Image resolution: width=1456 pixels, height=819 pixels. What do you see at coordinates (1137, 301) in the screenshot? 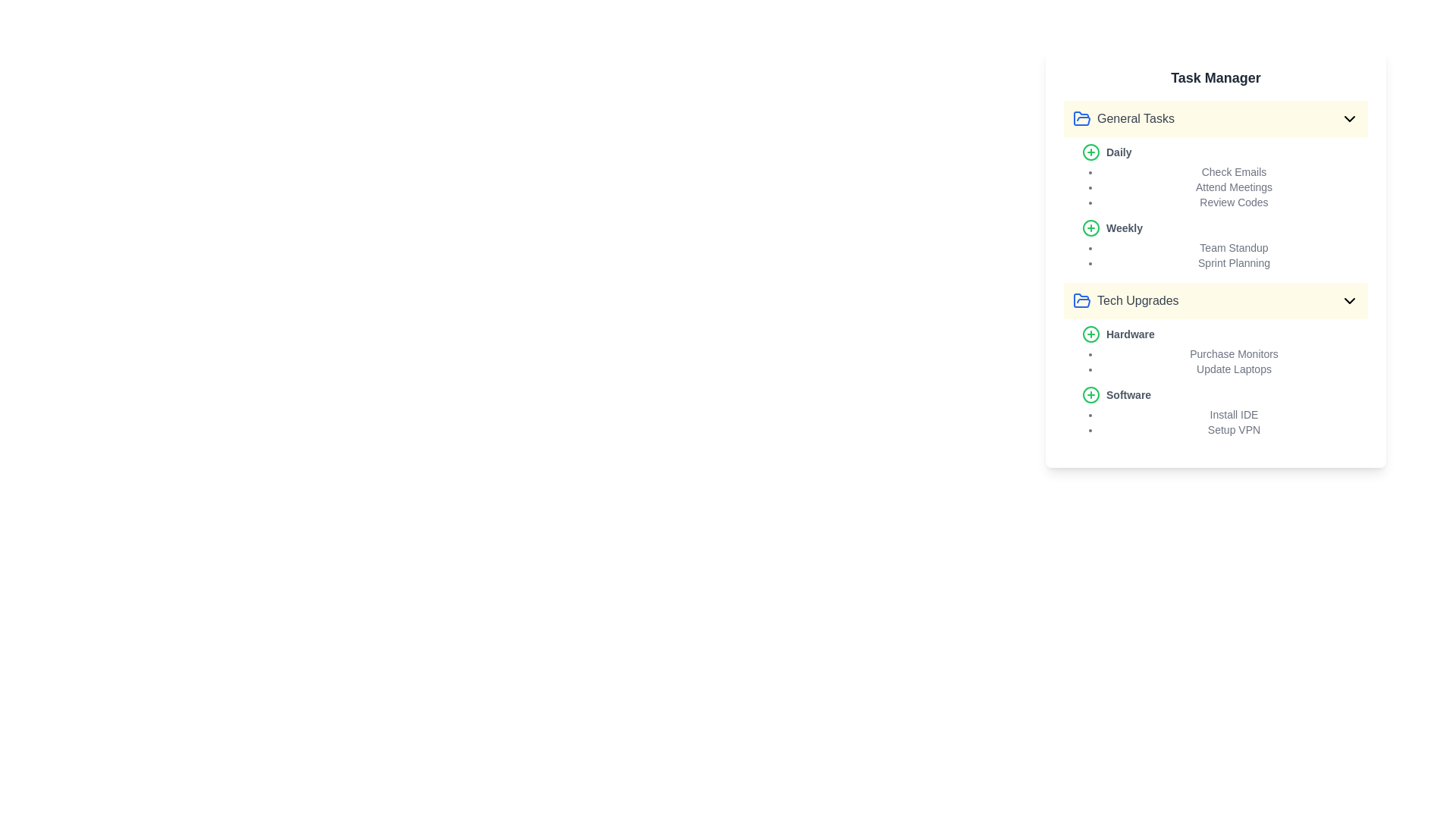
I see `'Tech Upgrades' text label which is a medium-weight gray font aligned to the right of a blue-tinted folder icon within a light yellow-highlighted section under 'General Tasks'` at bounding box center [1137, 301].